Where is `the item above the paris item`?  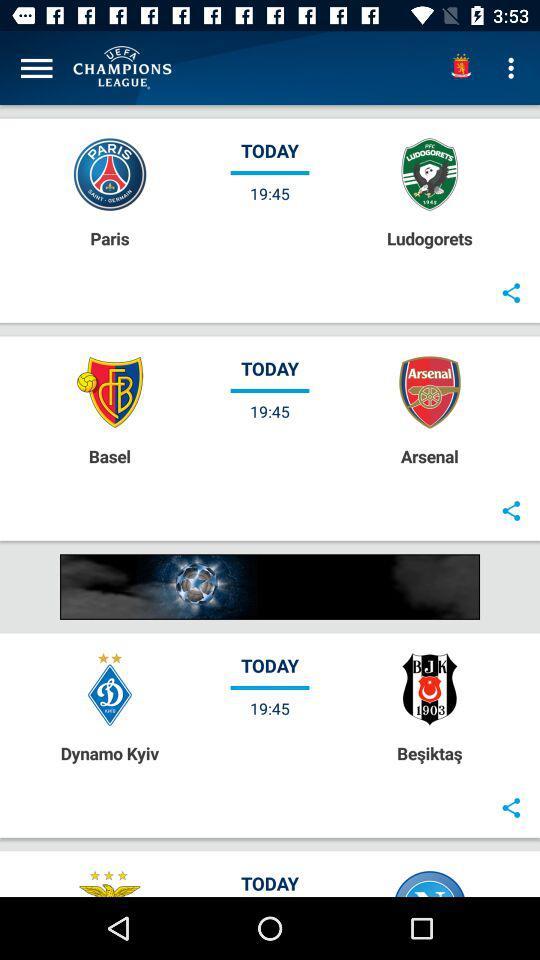 the item above the paris item is located at coordinates (36, 68).